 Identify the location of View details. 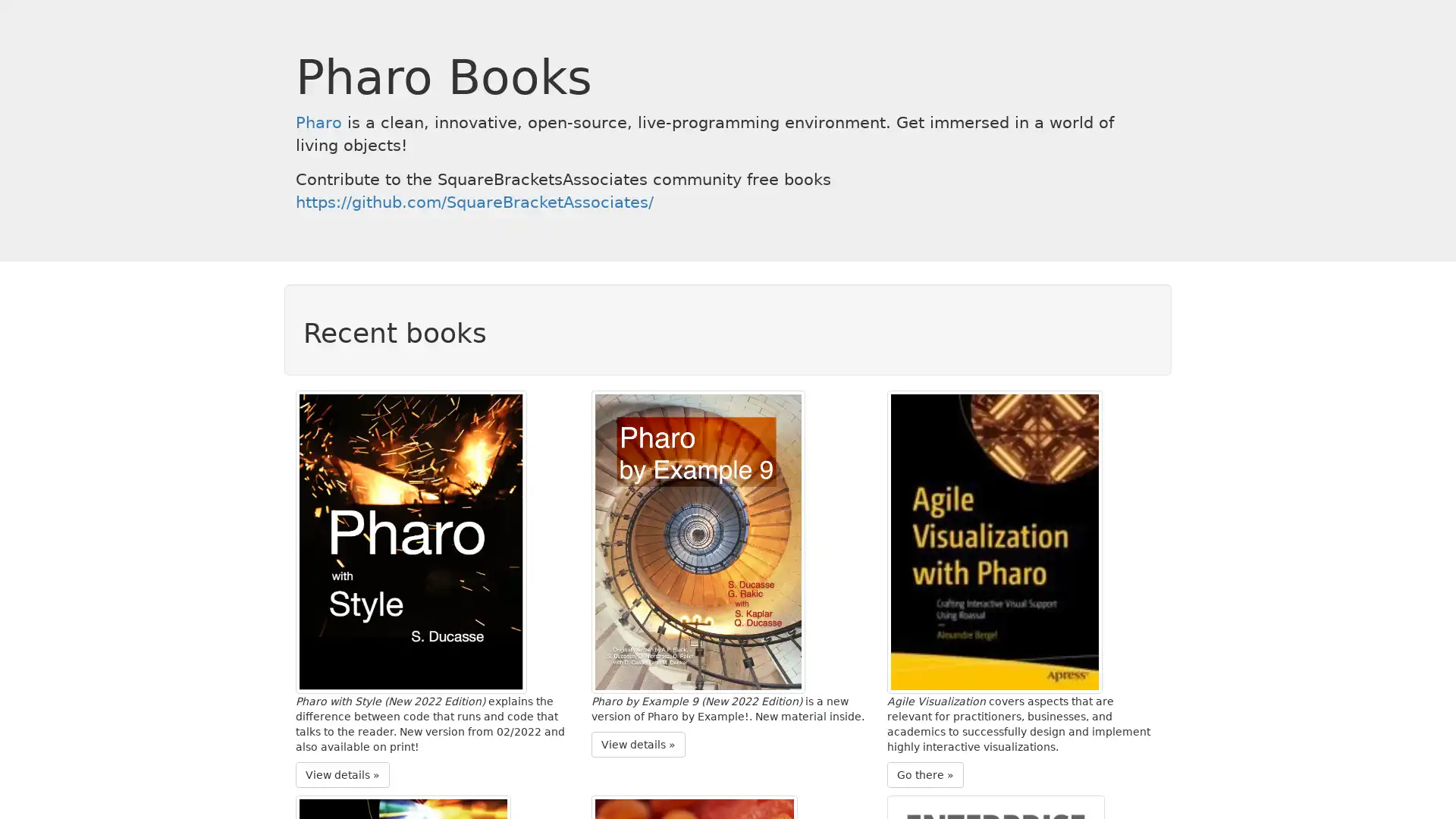
(341, 774).